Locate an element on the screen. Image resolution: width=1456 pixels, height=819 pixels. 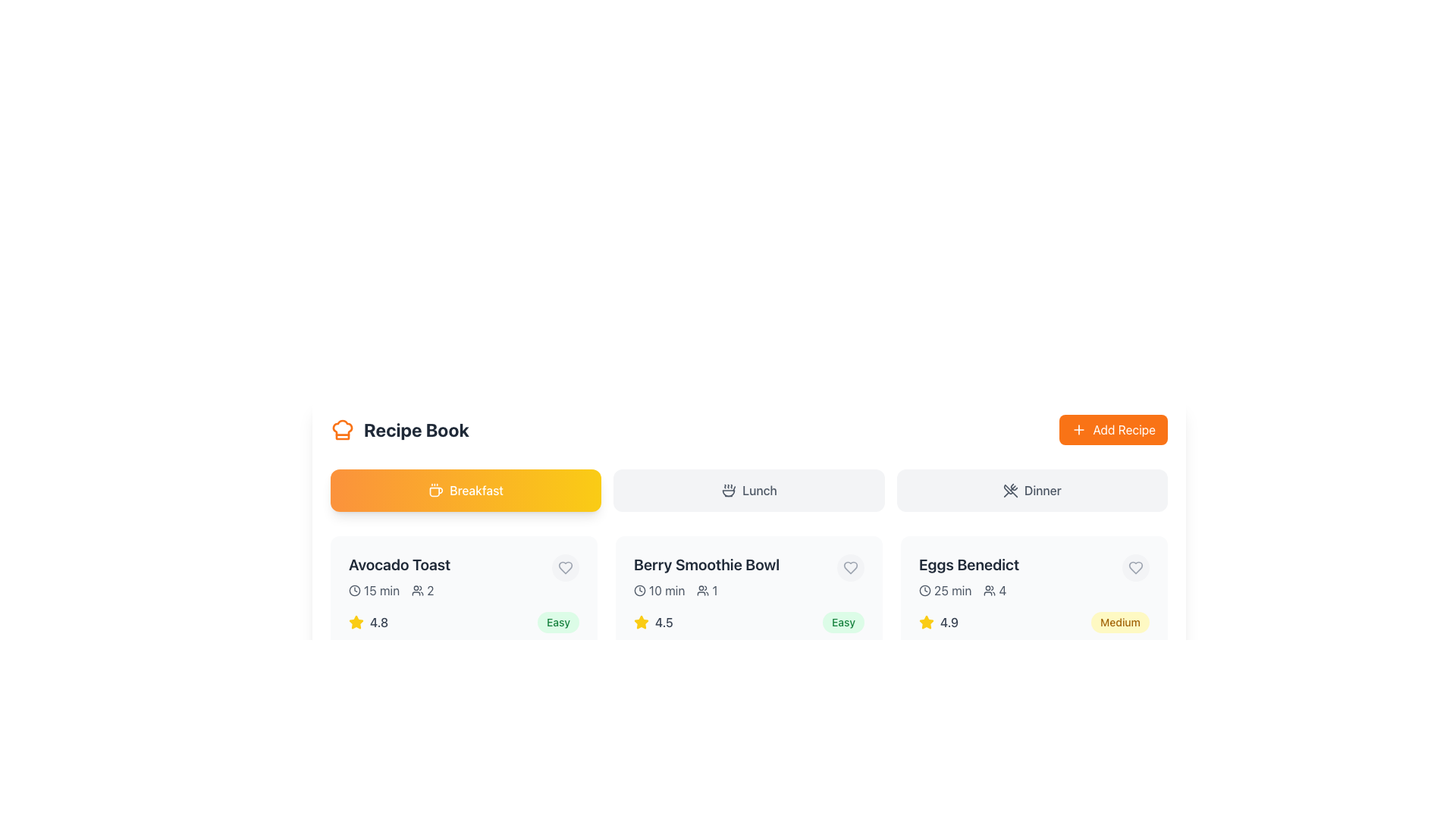
the text and icon combination component that indicates the preparation time for the 'Avocado Toast' recipe, located under the 'Breakfast' category in the first recipe card is located at coordinates (374, 590).